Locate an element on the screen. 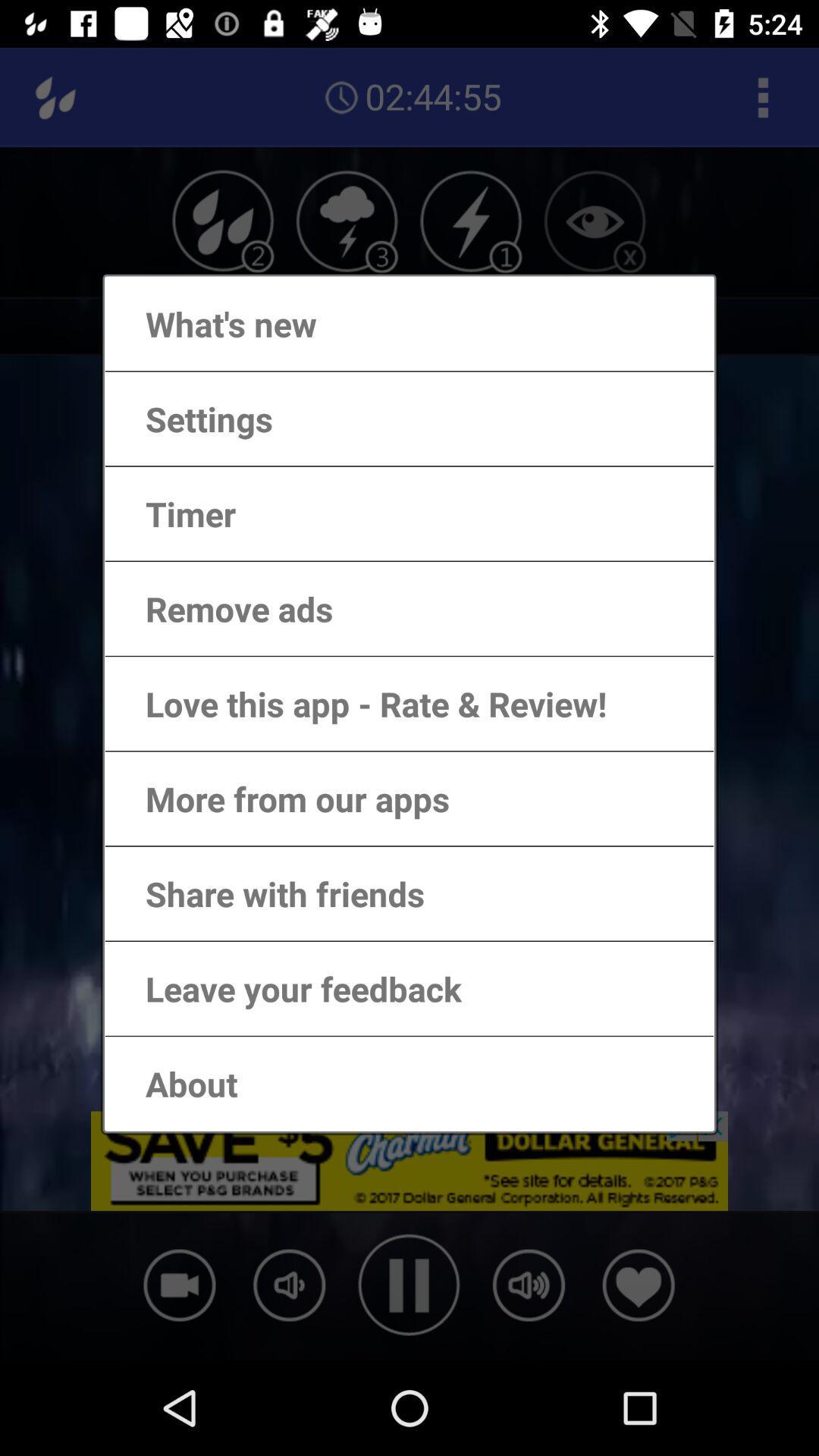  the app below the more from our item is located at coordinates (269, 893).